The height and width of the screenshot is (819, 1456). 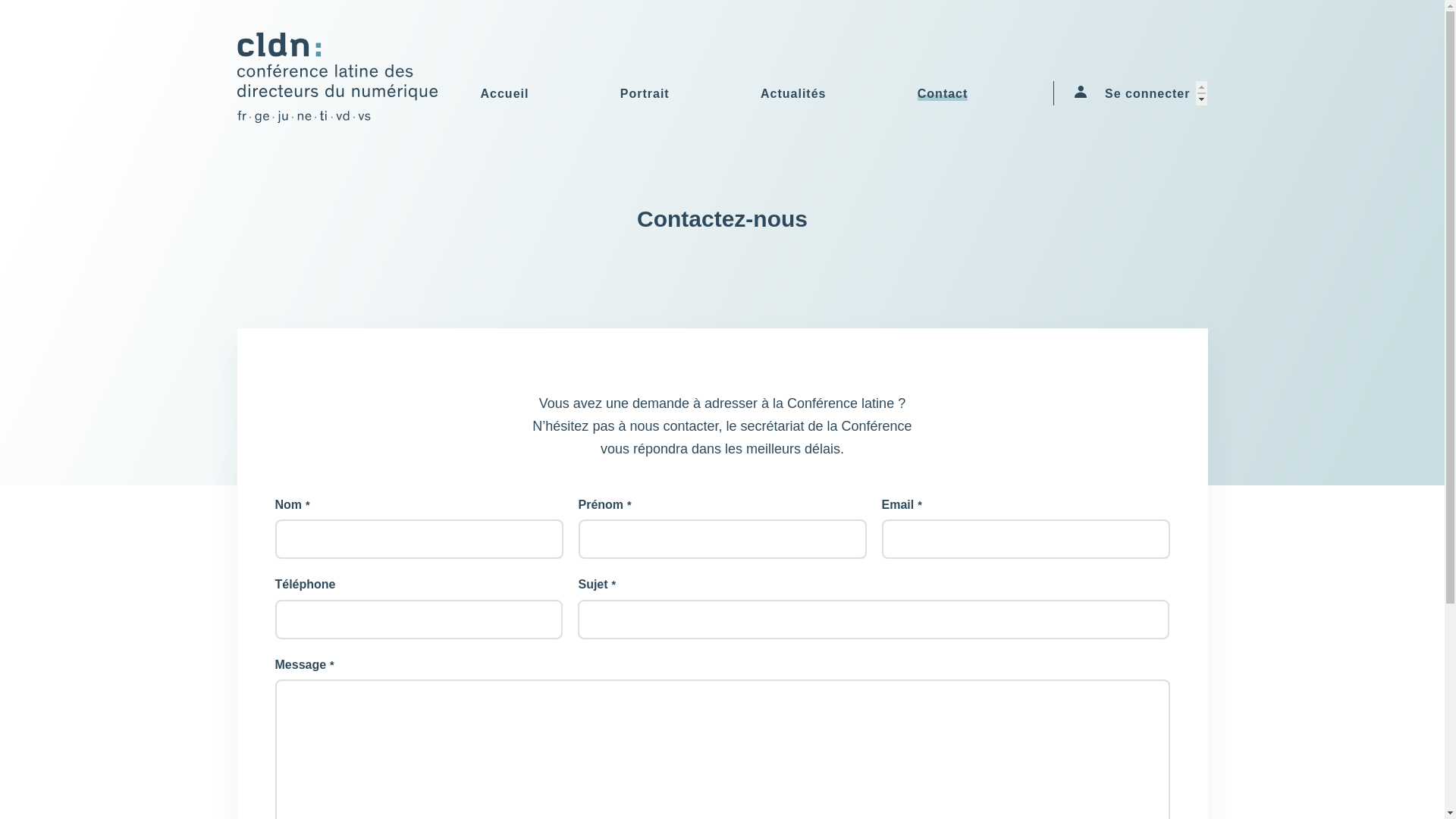 What do you see at coordinates (505, 93) in the screenshot?
I see `'Accueil'` at bounding box center [505, 93].